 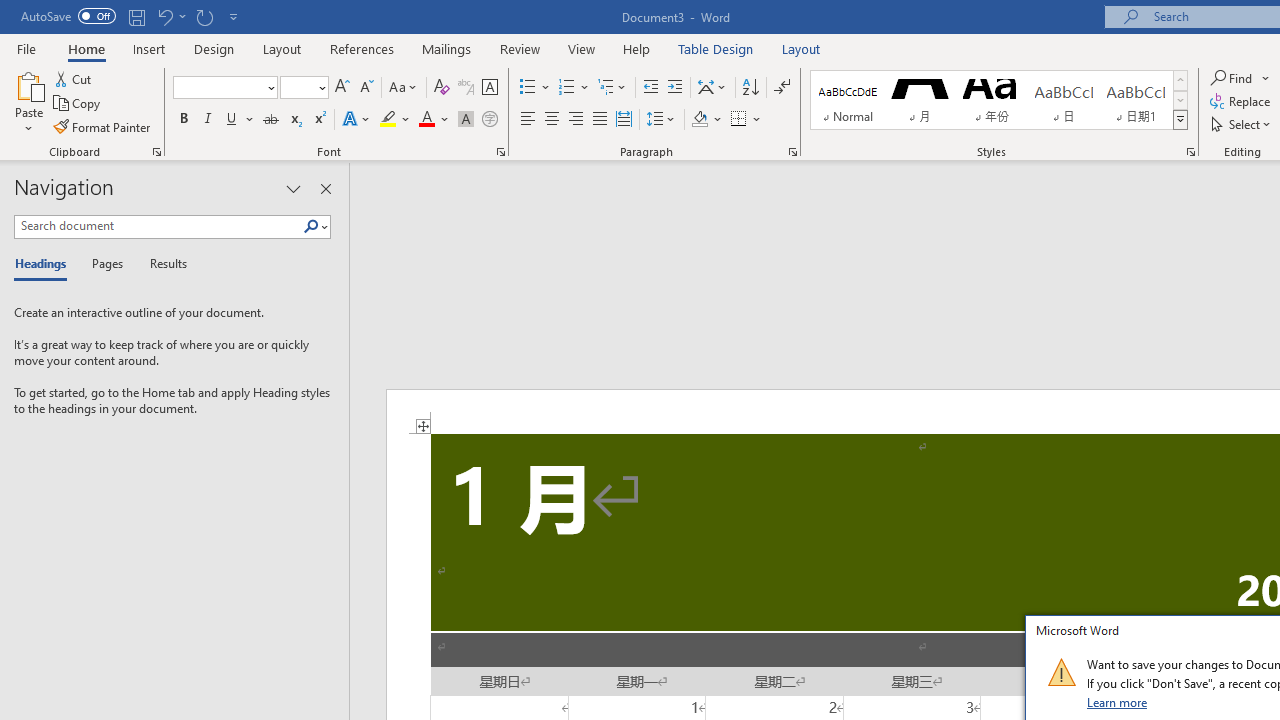 I want to click on 'AutomationID: QuickStylesGallery', so click(x=999, y=100).